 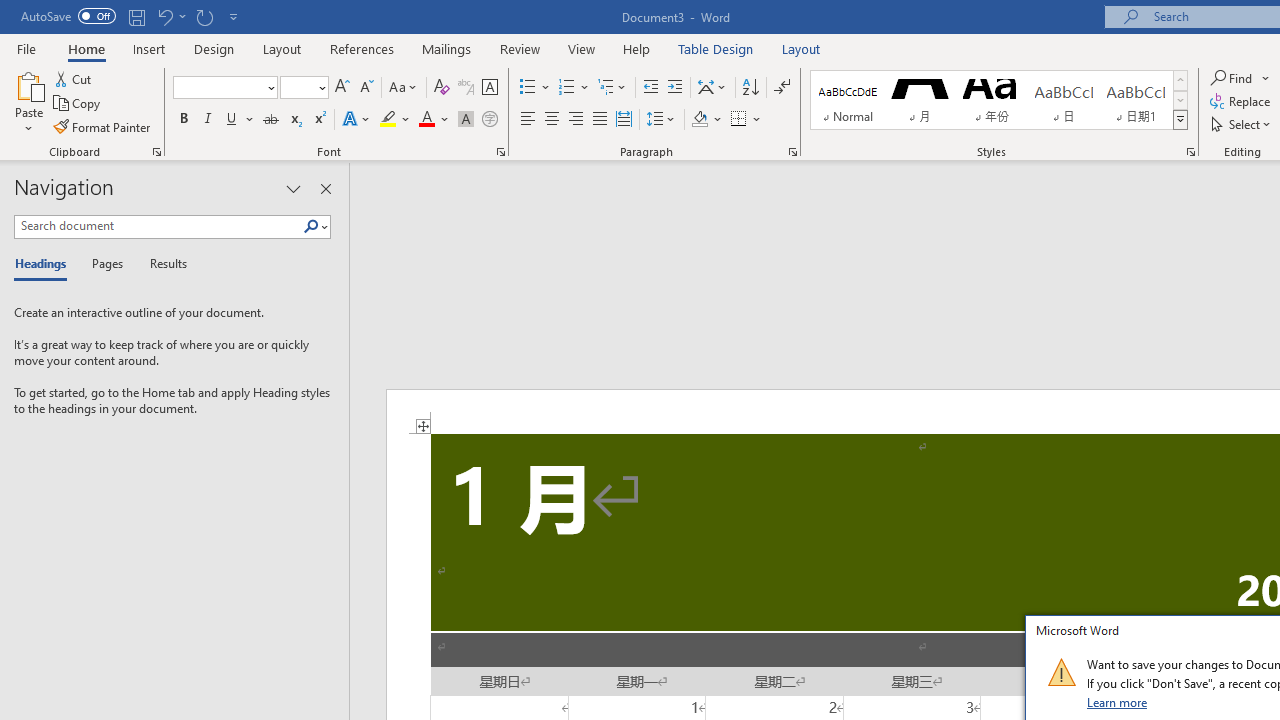 I want to click on 'AutomationID: QuickStylesGallery', so click(x=999, y=100).